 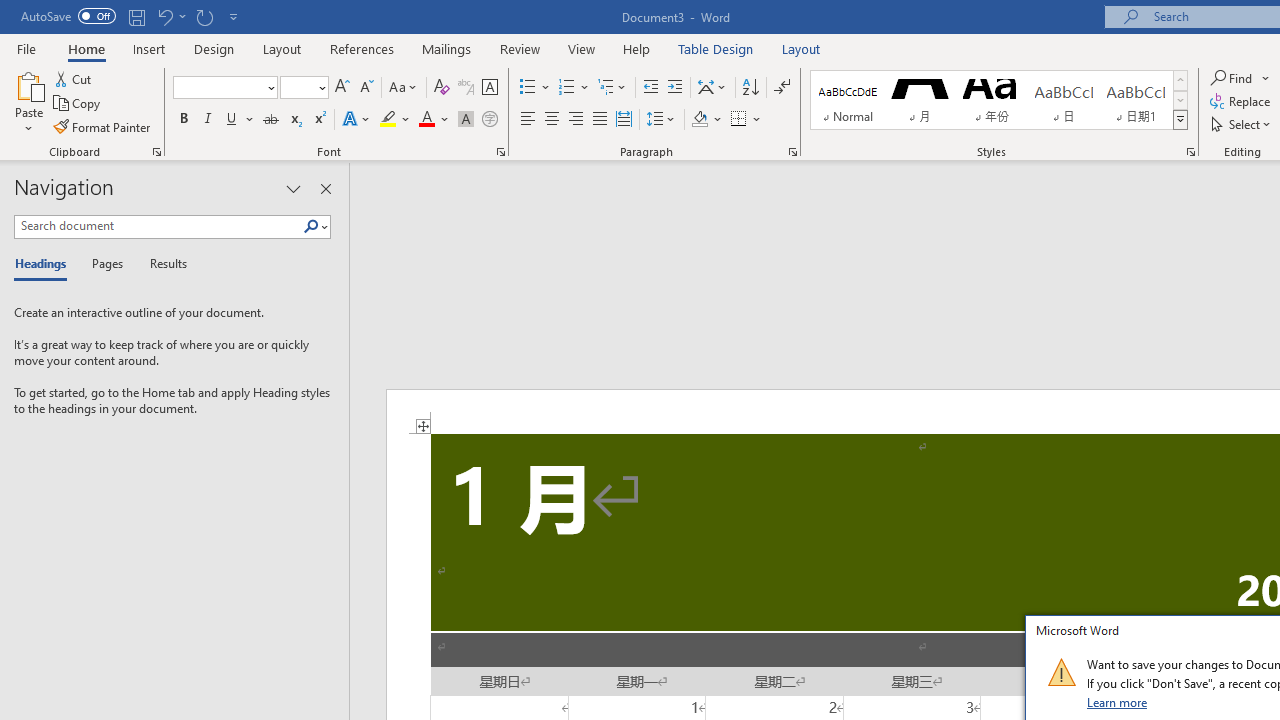 I want to click on 'AutomationID: QuickStylesGallery', so click(x=999, y=100).